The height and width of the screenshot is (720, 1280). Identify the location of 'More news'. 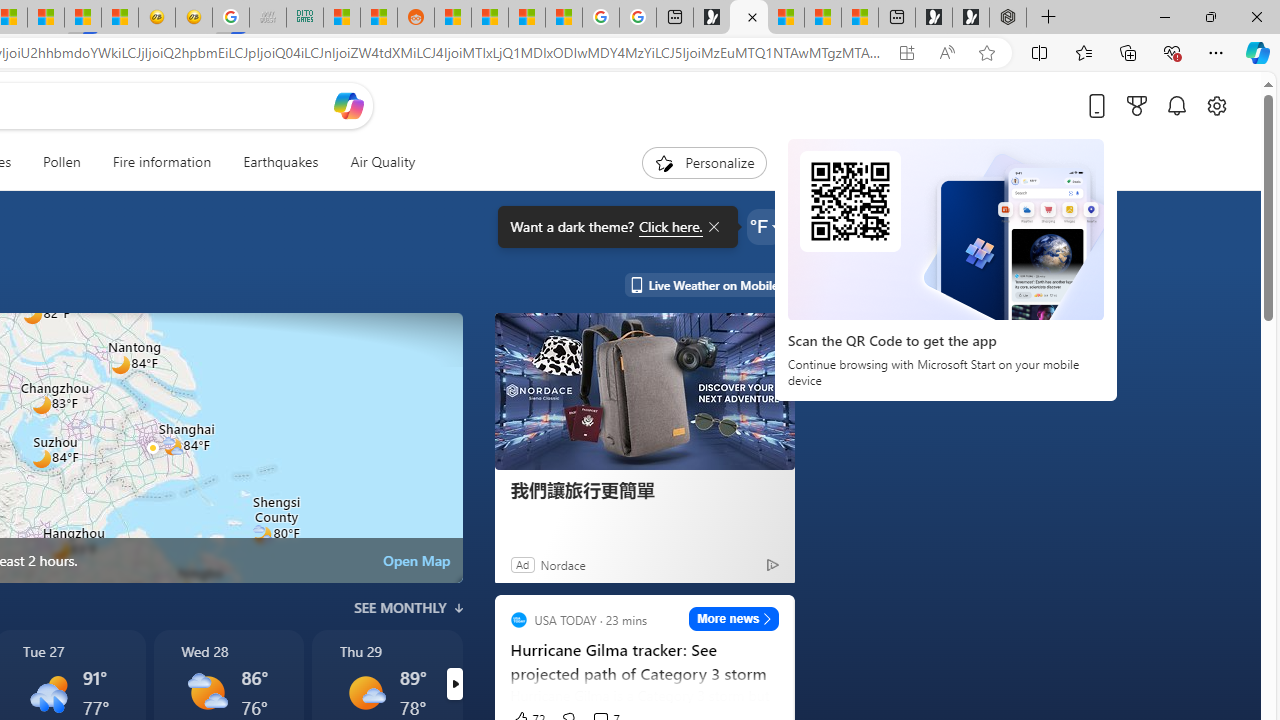
(733, 617).